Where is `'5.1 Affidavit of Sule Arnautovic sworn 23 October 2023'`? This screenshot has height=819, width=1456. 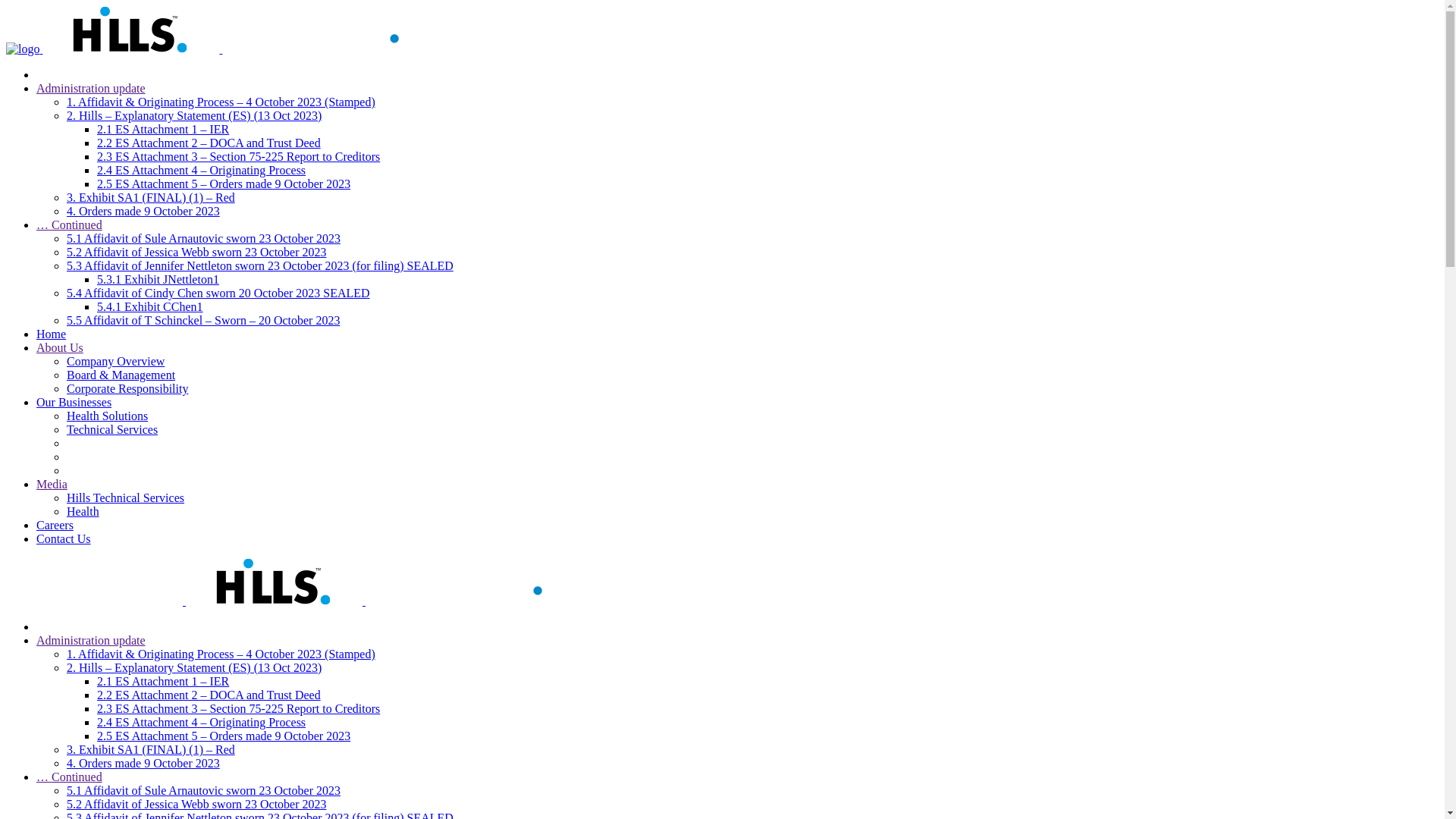
'5.1 Affidavit of Sule Arnautovic sworn 23 October 2023' is located at coordinates (202, 789).